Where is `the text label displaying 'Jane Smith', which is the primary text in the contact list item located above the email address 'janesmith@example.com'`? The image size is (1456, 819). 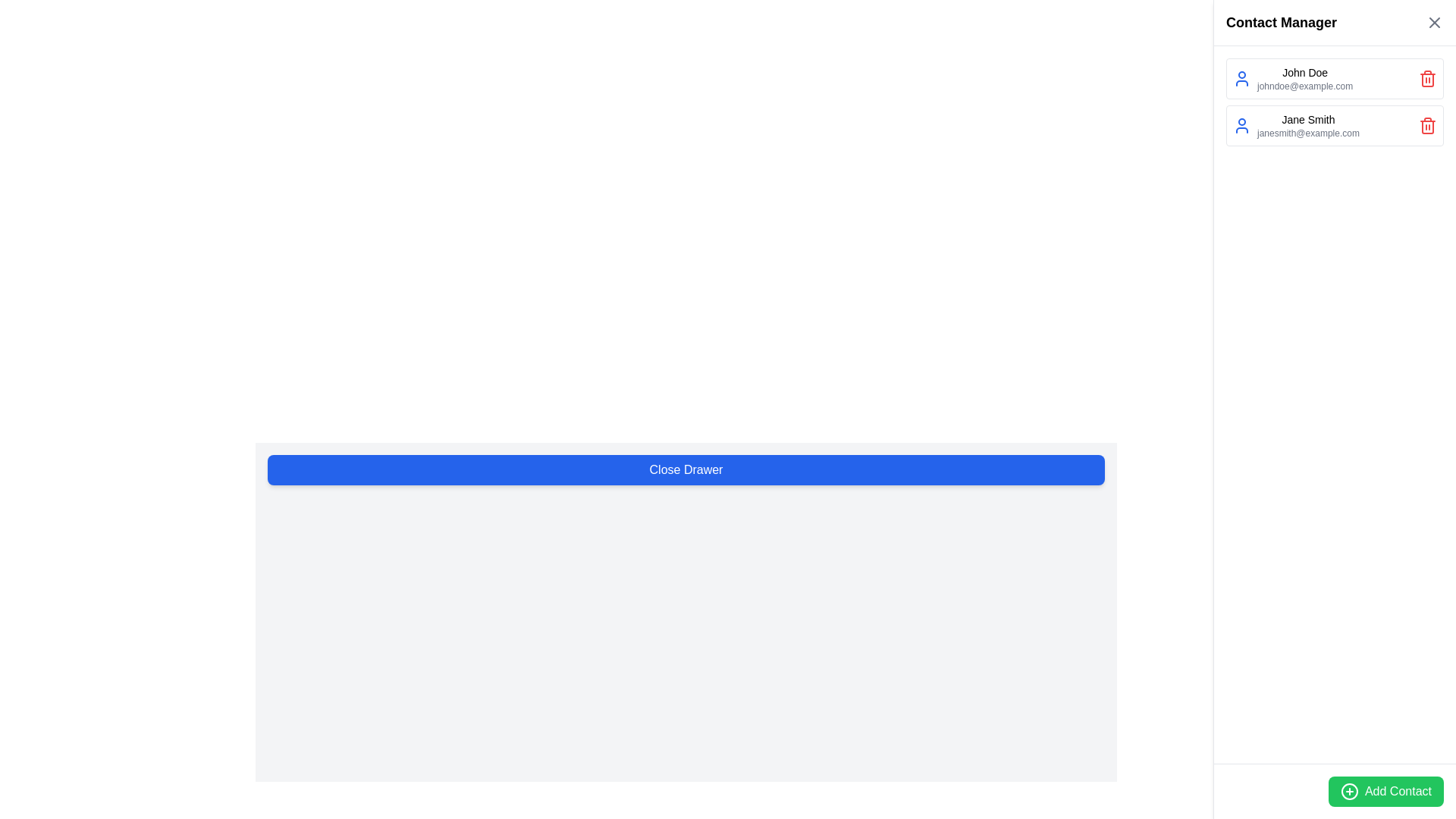 the text label displaying 'Jane Smith', which is the primary text in the contact list item located above the email address 'janesmith@example.com' is located at coordinates (1307, 119).